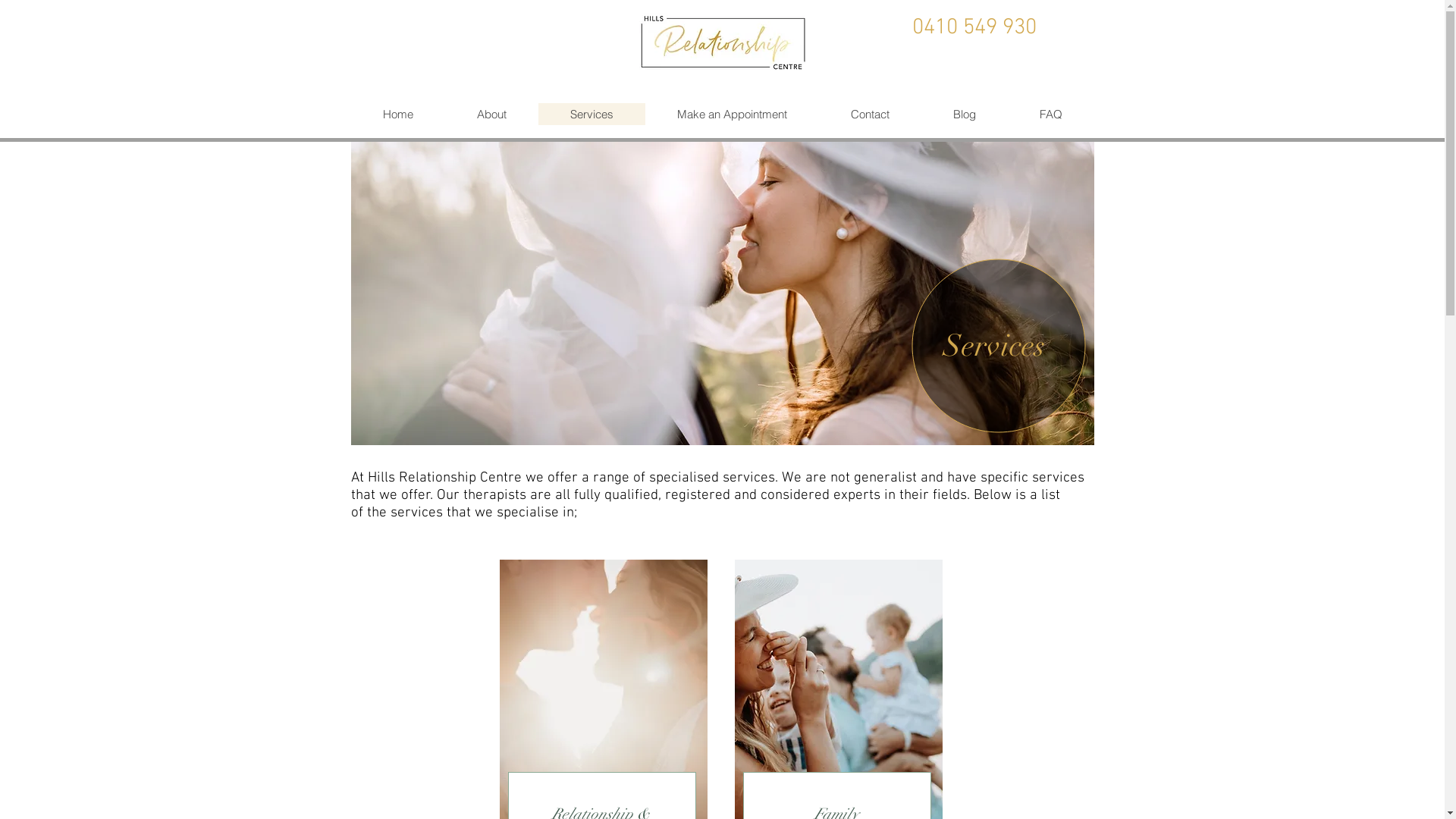 The height and width of the screenshot is (819, 1456). Describe the element at coordinates (731, 113) in the screenshot. I see `'Make an Appointment'` at that location.